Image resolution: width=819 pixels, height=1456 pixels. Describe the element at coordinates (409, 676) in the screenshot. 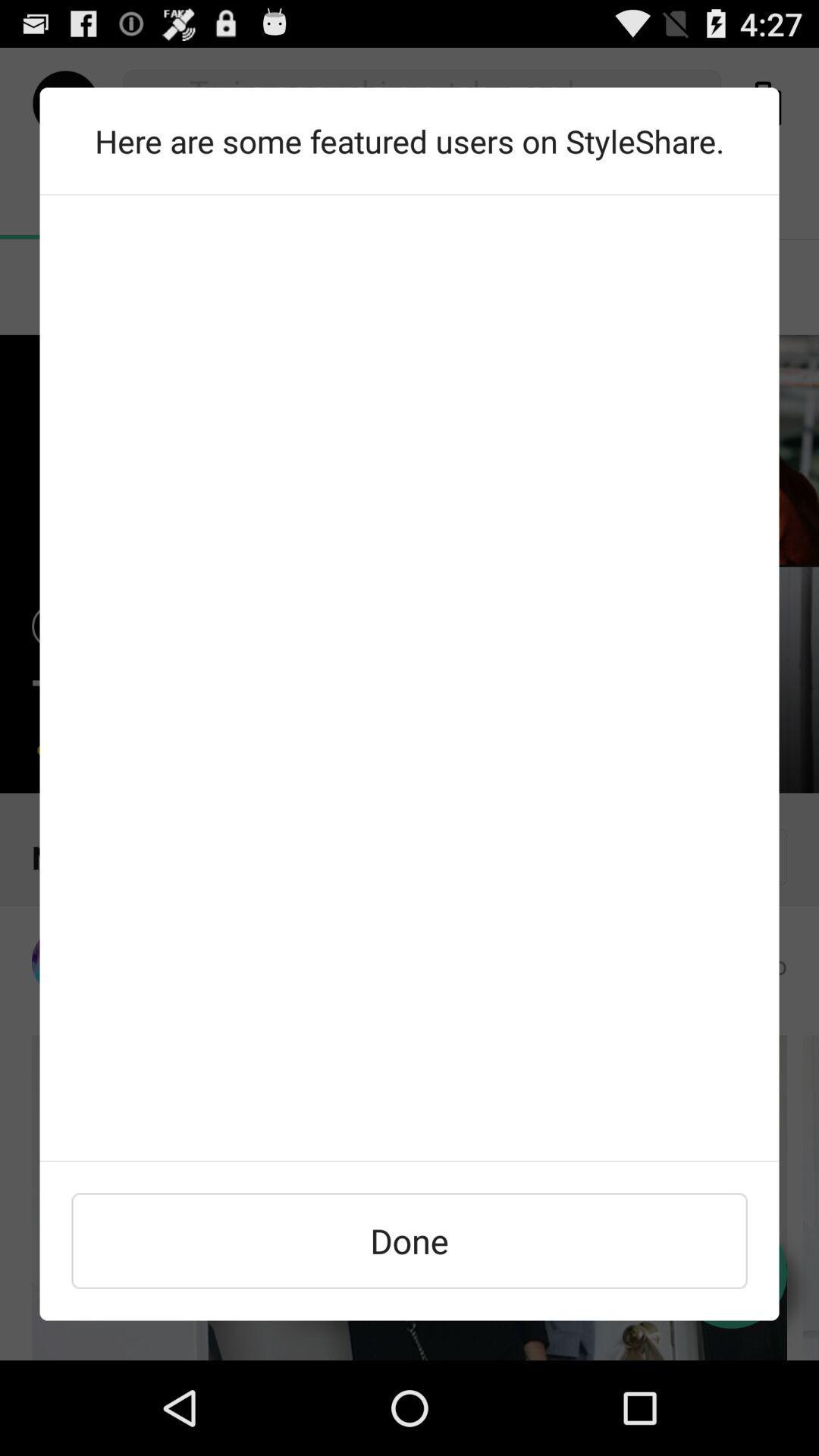

I see `find featured users` at that location.